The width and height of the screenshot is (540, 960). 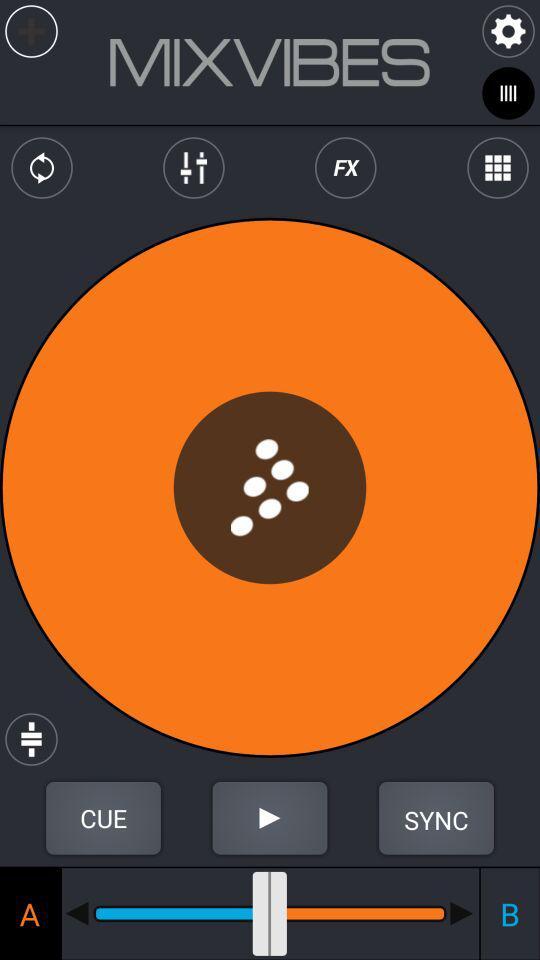 What do you see at coordinates (344, 167) in the screenshot?
I see `sound effect button` at bounding box center [344, 167].